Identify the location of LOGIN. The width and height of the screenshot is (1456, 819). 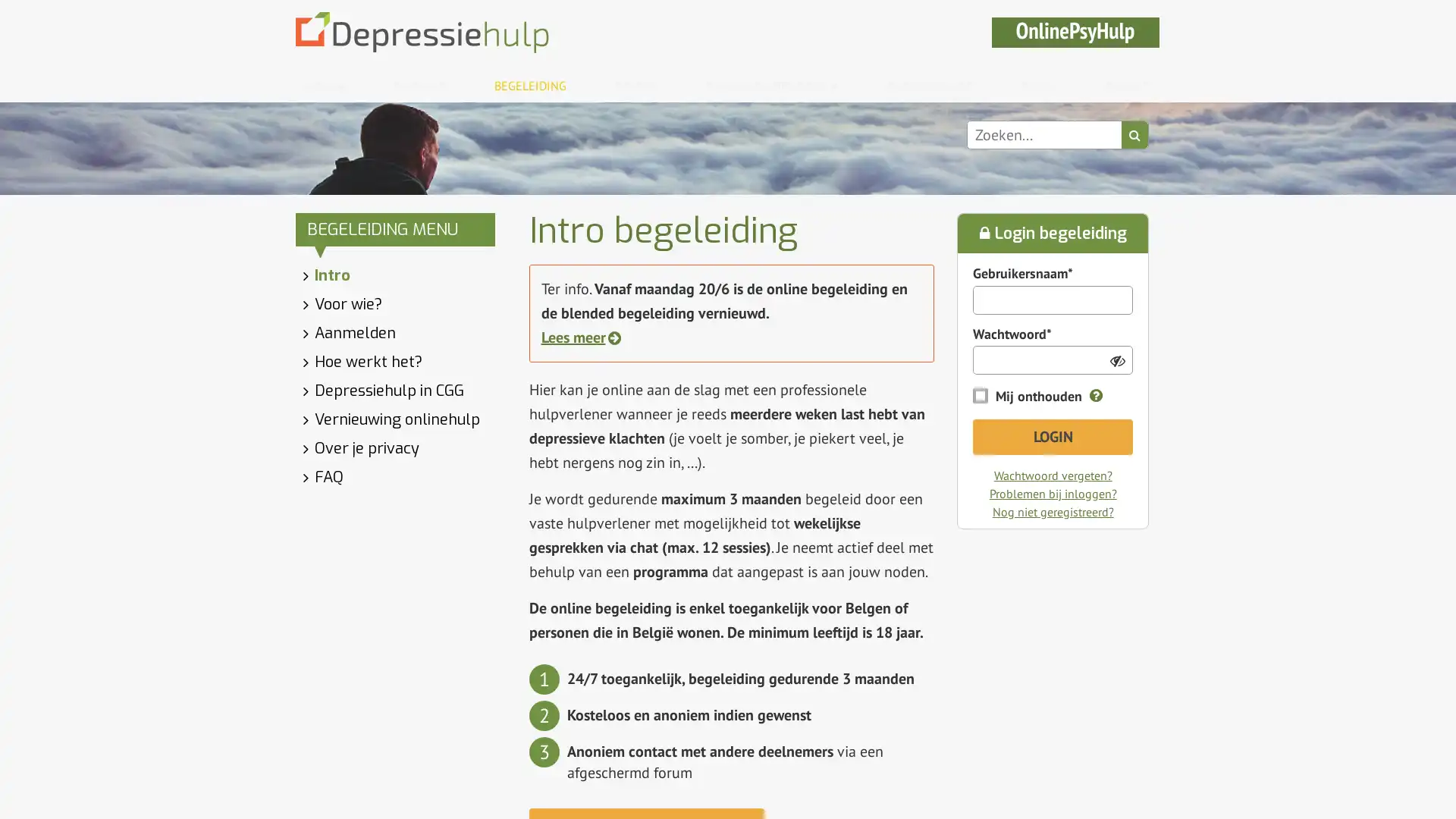
(1051, 437).